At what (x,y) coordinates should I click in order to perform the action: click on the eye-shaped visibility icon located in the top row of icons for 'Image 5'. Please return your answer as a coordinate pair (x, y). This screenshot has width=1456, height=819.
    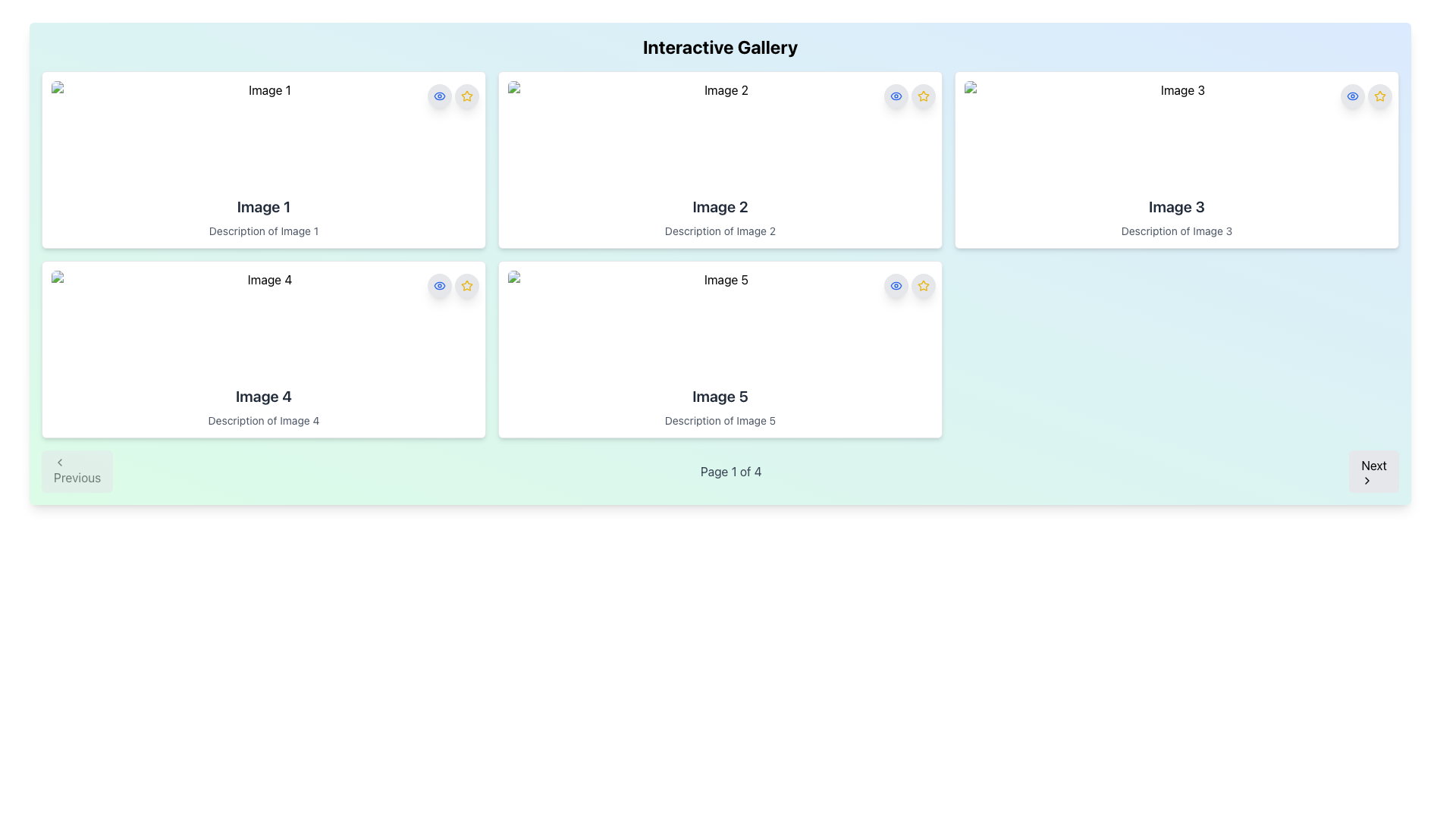
    Looking at the image, I should click on (896, 96).